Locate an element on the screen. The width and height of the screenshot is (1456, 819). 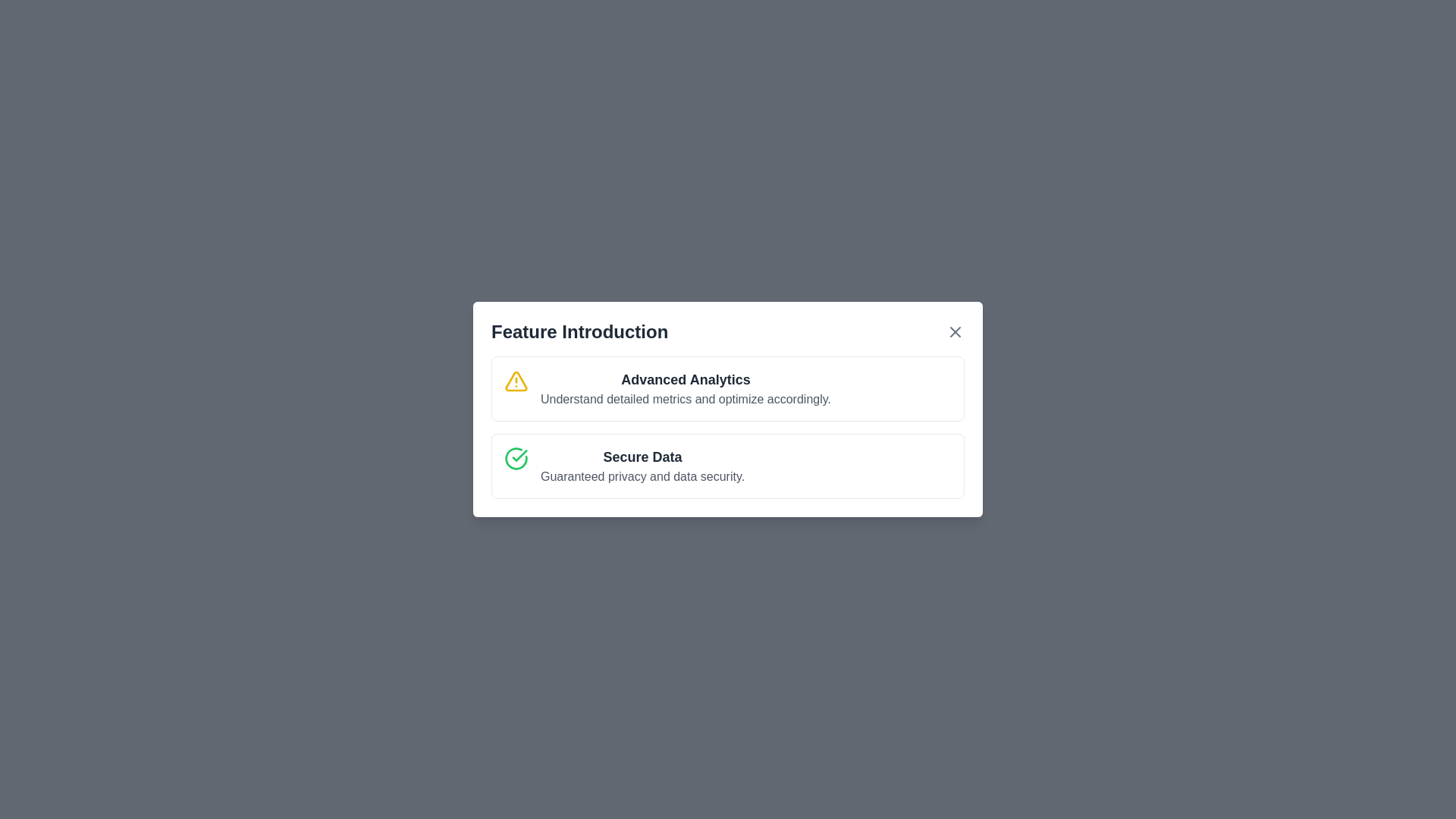
text content of the descriptive explanation located beneath the 'Advanced Analytics' heading in the 'Feature Introduction' dialog box is located at coordinates (685, 399).